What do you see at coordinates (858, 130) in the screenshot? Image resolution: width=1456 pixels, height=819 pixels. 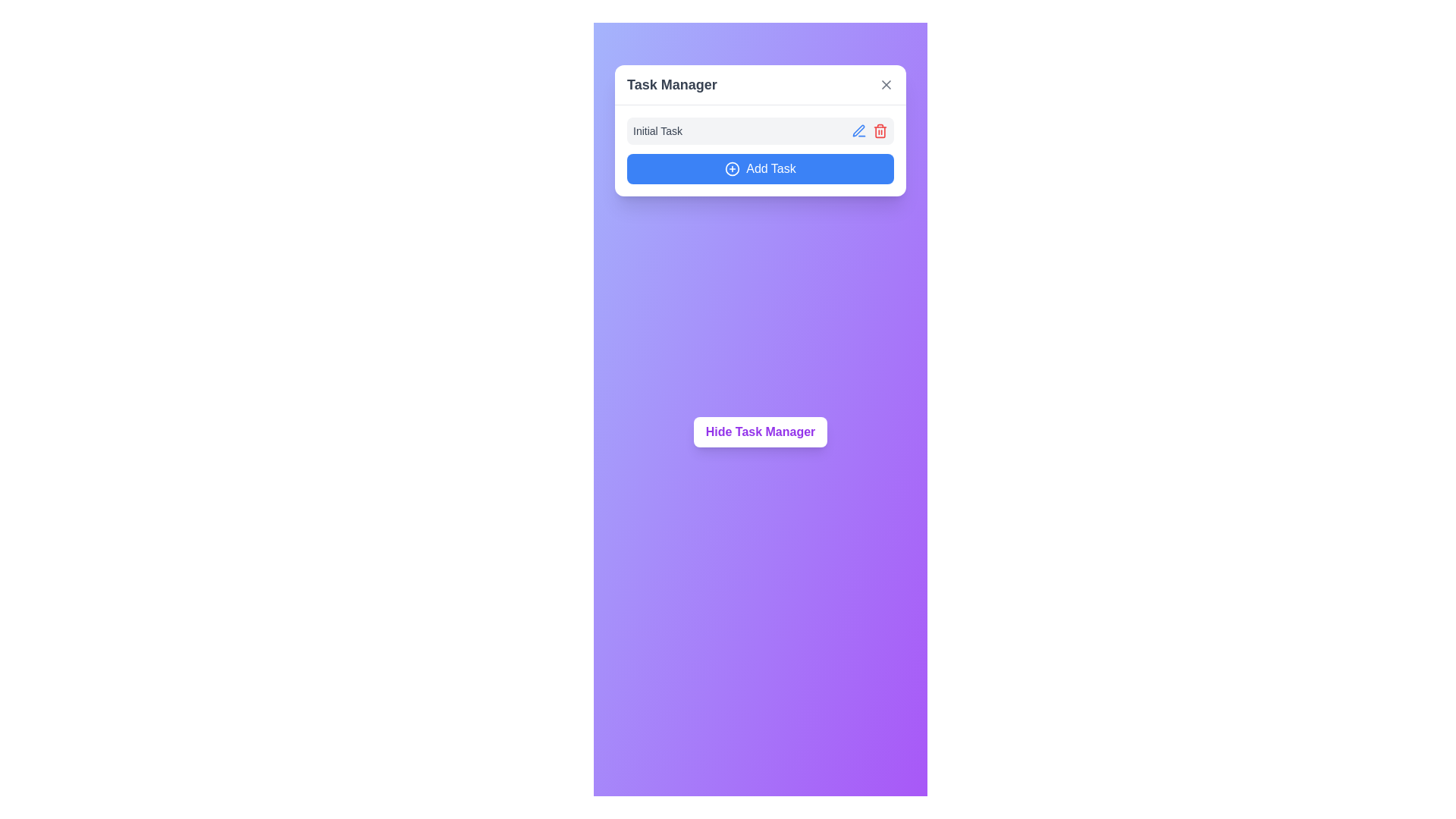 I see `the edit icon, styled to resemble a pen, located to the right of the text field for 'Initial Task' and to the left of the trash icon` at bounding box center [858, 130].